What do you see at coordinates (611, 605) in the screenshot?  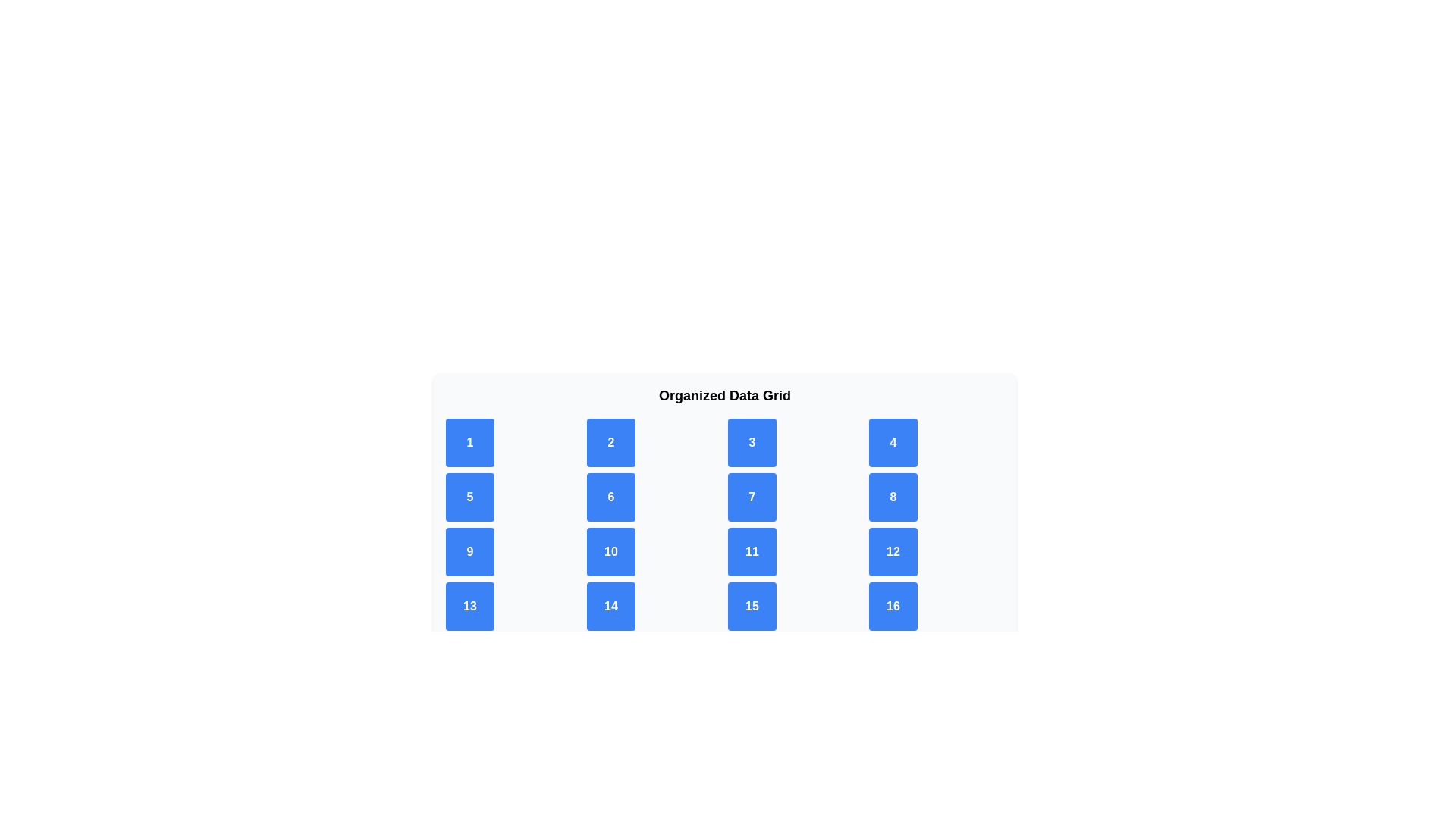 I see `the button labeled '14' located in the fourth row and second column of a 4x4 grid layout` at bounding box center [611, 605].